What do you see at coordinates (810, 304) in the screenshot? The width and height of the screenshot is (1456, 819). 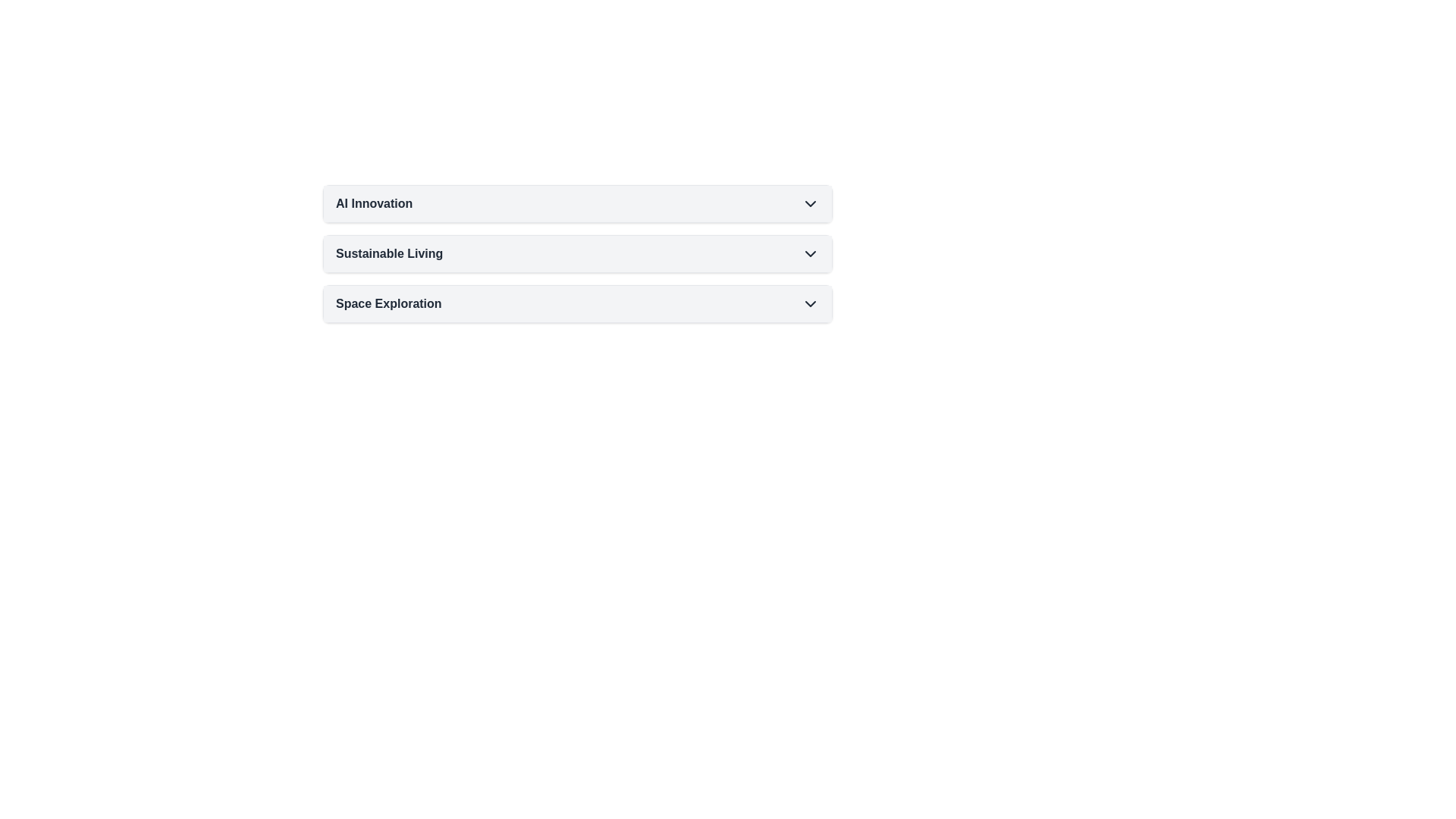 I see `the downward-pointing chevron icon indicating expandable content on the 'Space Exploration' tab` at bounding box center [810, 304].